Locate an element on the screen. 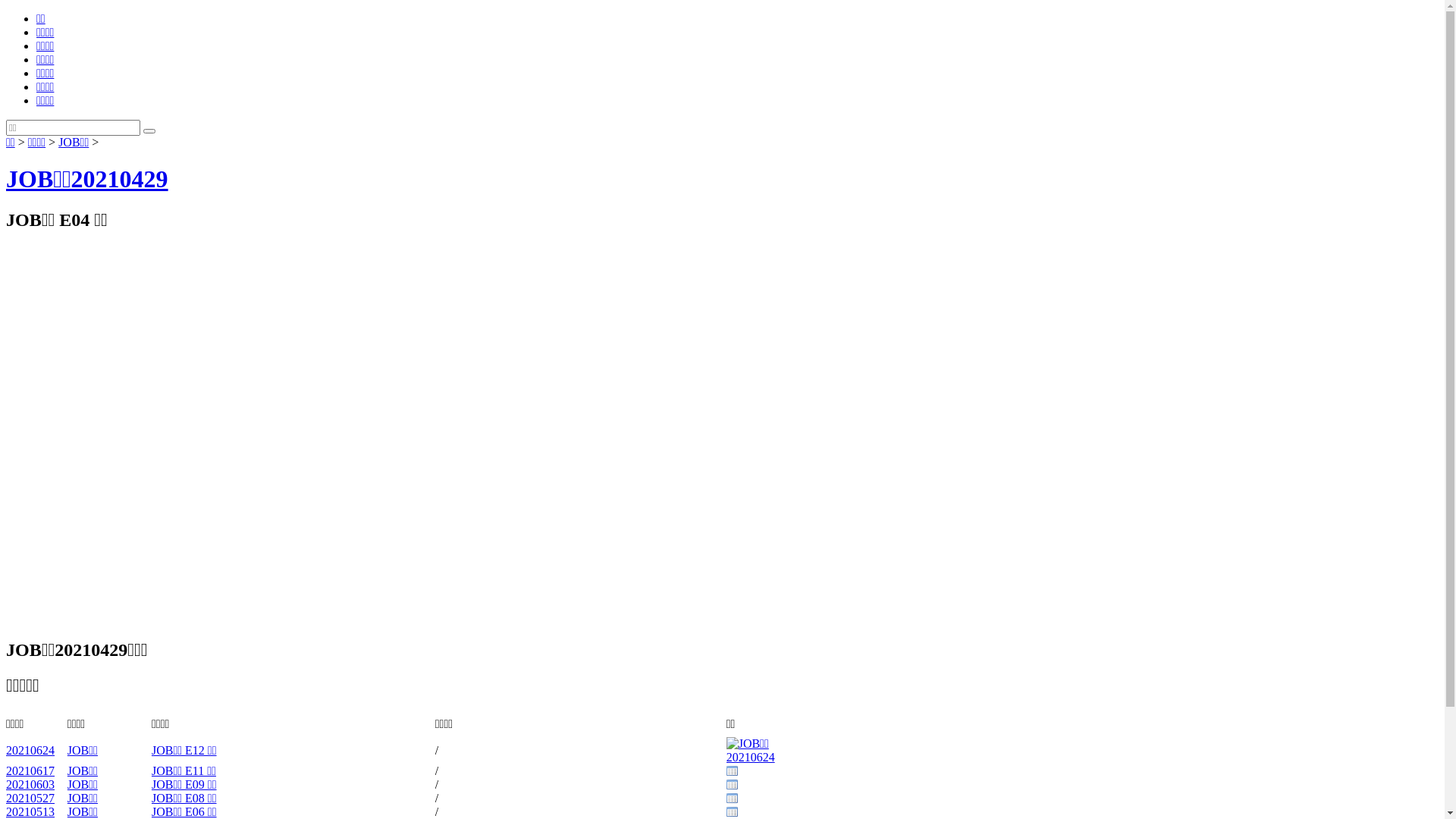 This screenshot has width=1456, height=819. '20210624' is located at coordinates (30, 748).